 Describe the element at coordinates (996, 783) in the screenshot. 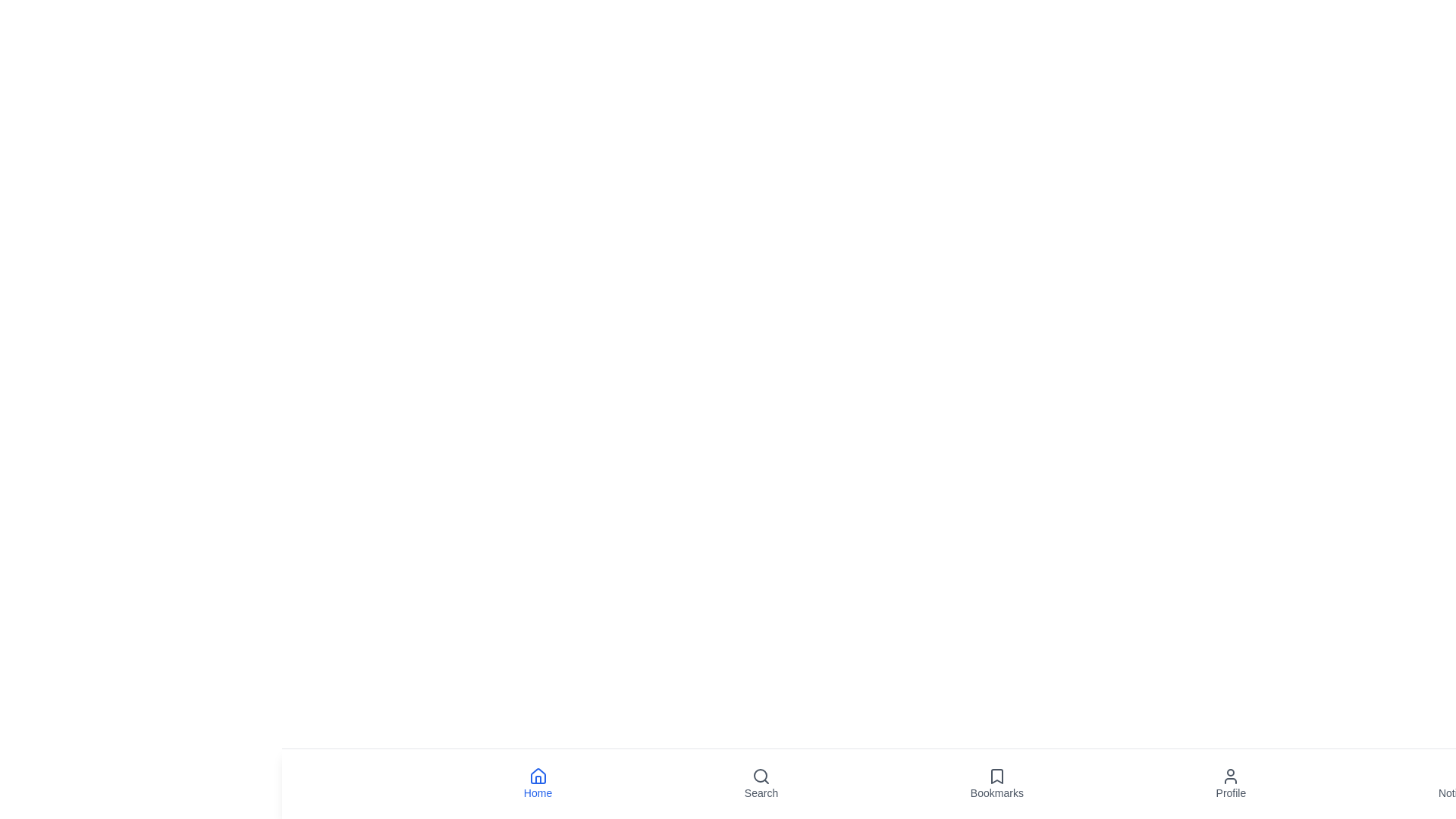

I see `the navigation tab labeled Bookmarks` at that location.